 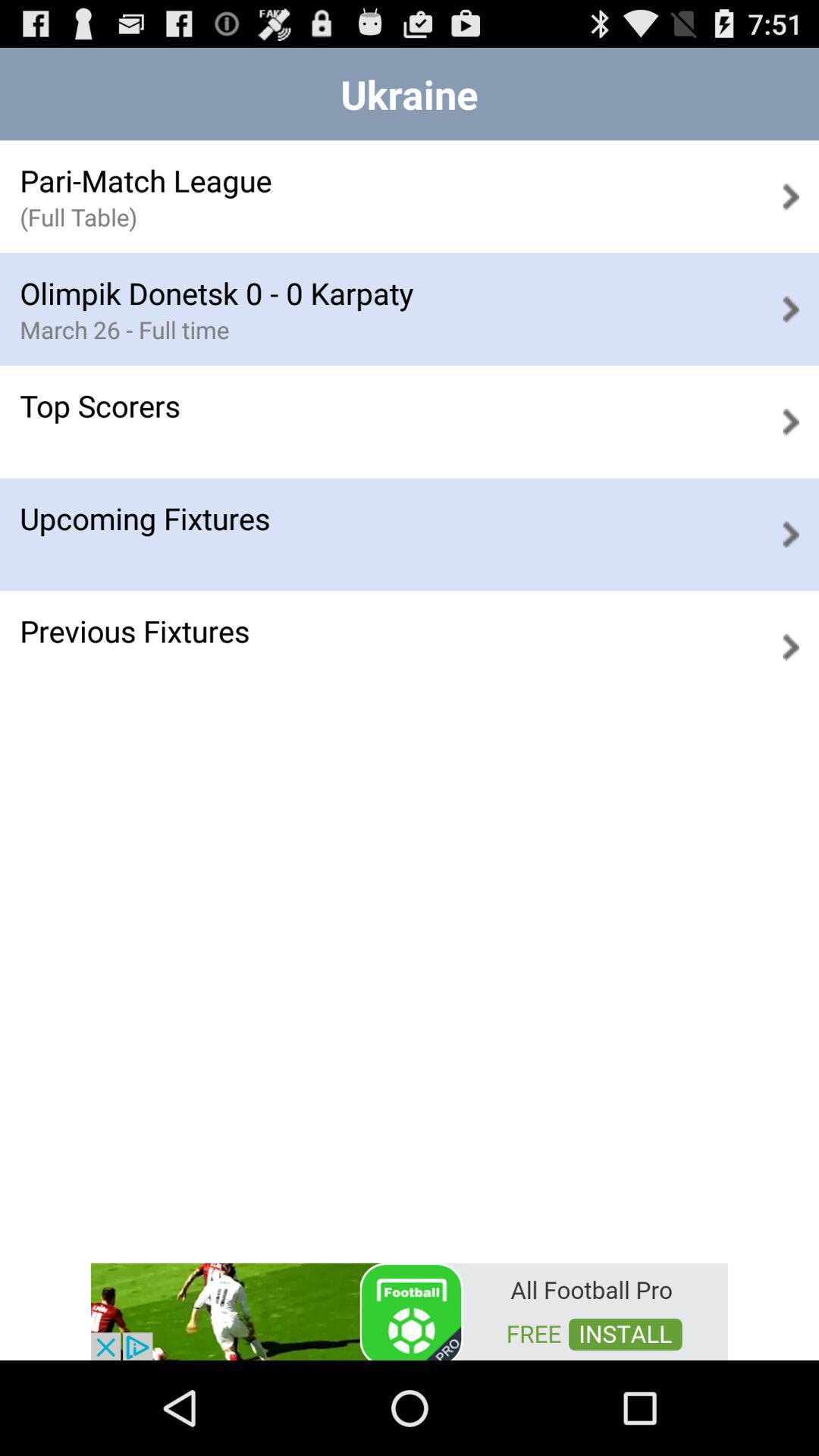 I want to click on advertisement, so click(x=409, y=1310).